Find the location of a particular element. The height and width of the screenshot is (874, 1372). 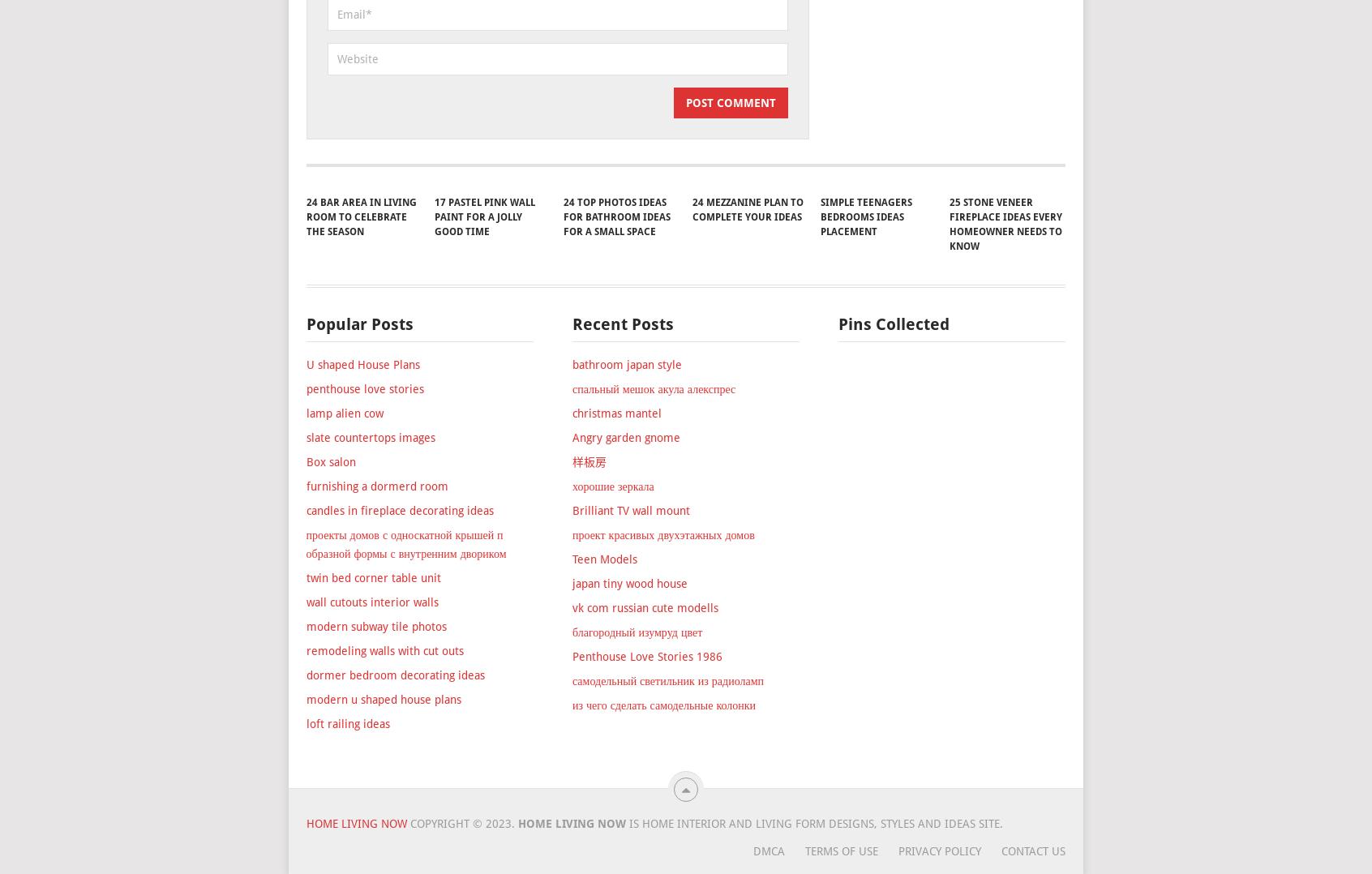

'japan tiny wood house' is located at coordinates (628, 675).